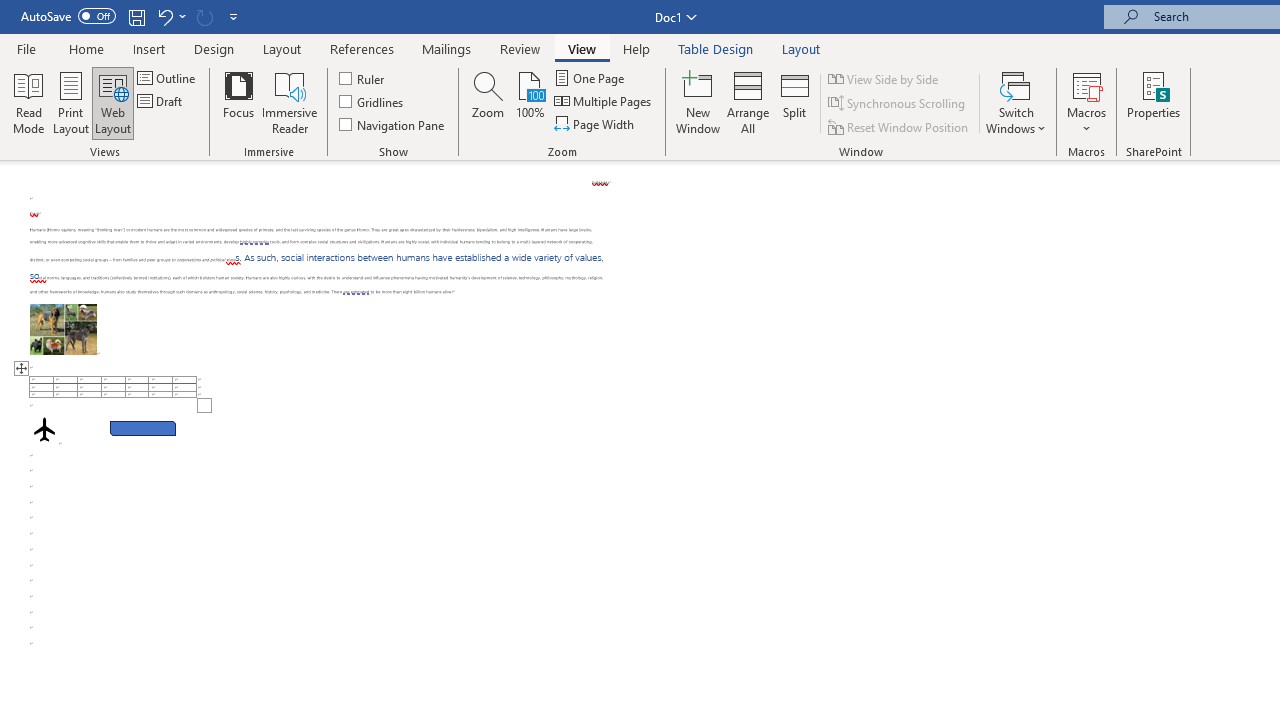 The width and height of the screenshot is (1280, 720). What do you see at coordinates (794, 103) in the screenshot?
I see `'Split'` at bounding box center [794, 103].